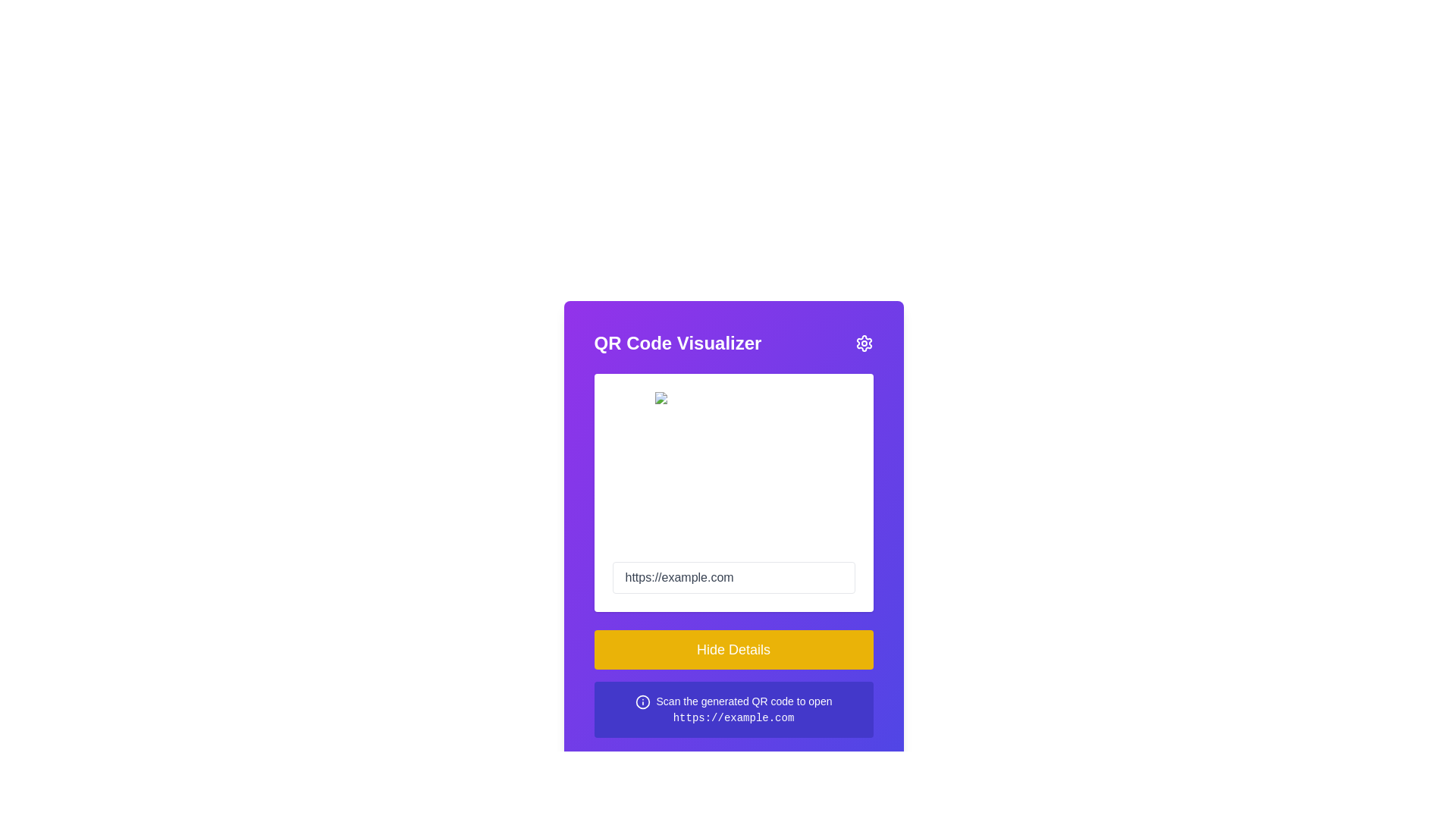 Image resolution: width=1456 pixels, height=819 pixels. I want to click on the center of the cogwheel icon located in the upper-right corner of the 'QR Code Visualizer' card, so click(864, 343).